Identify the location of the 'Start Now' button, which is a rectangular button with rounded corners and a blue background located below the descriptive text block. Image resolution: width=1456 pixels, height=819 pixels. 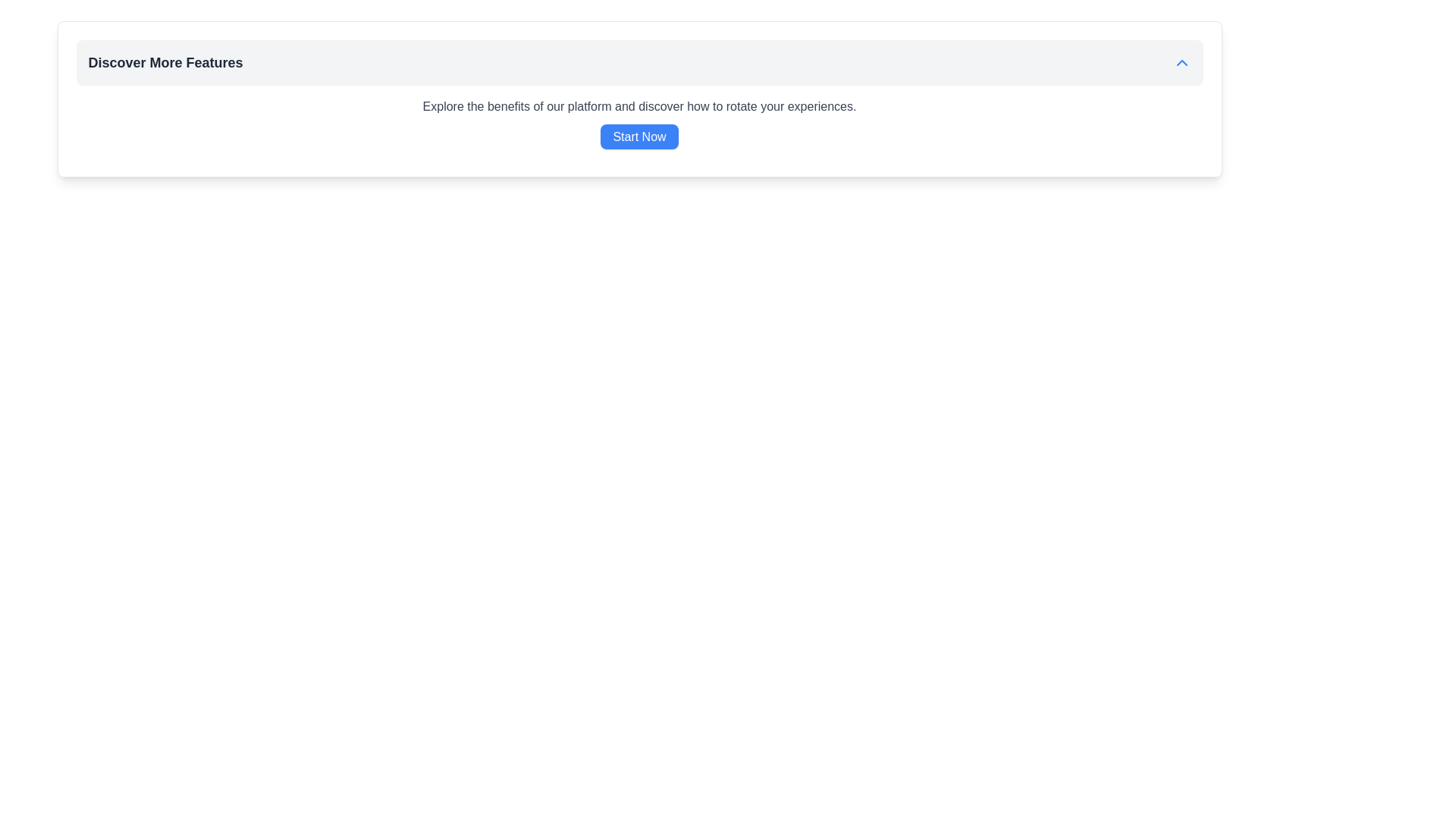
(639, 136).